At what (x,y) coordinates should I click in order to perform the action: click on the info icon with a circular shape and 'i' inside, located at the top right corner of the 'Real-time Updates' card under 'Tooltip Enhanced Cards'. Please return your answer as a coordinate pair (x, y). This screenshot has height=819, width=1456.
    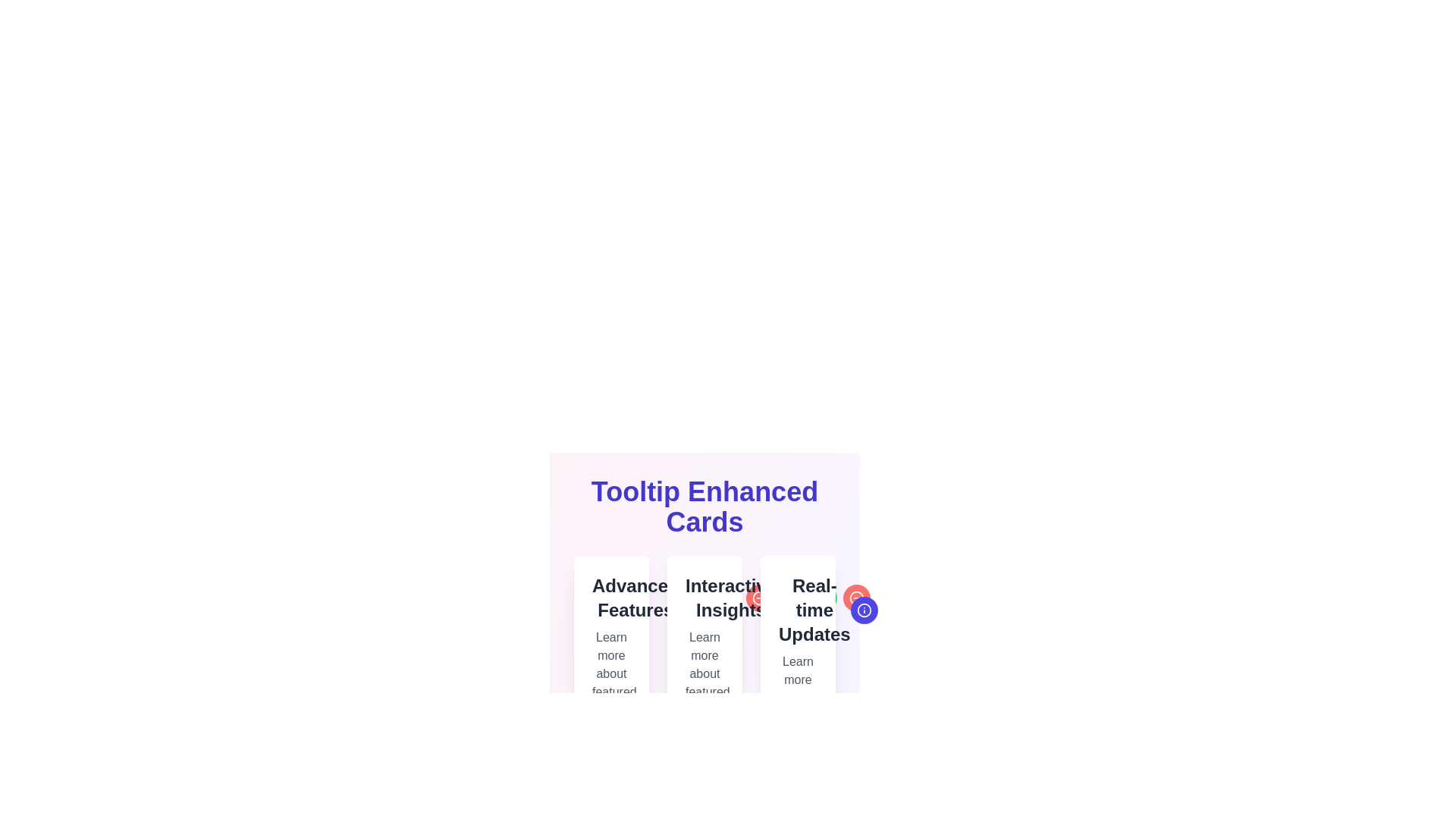
    Looking at the image, I should click on (789, 598).